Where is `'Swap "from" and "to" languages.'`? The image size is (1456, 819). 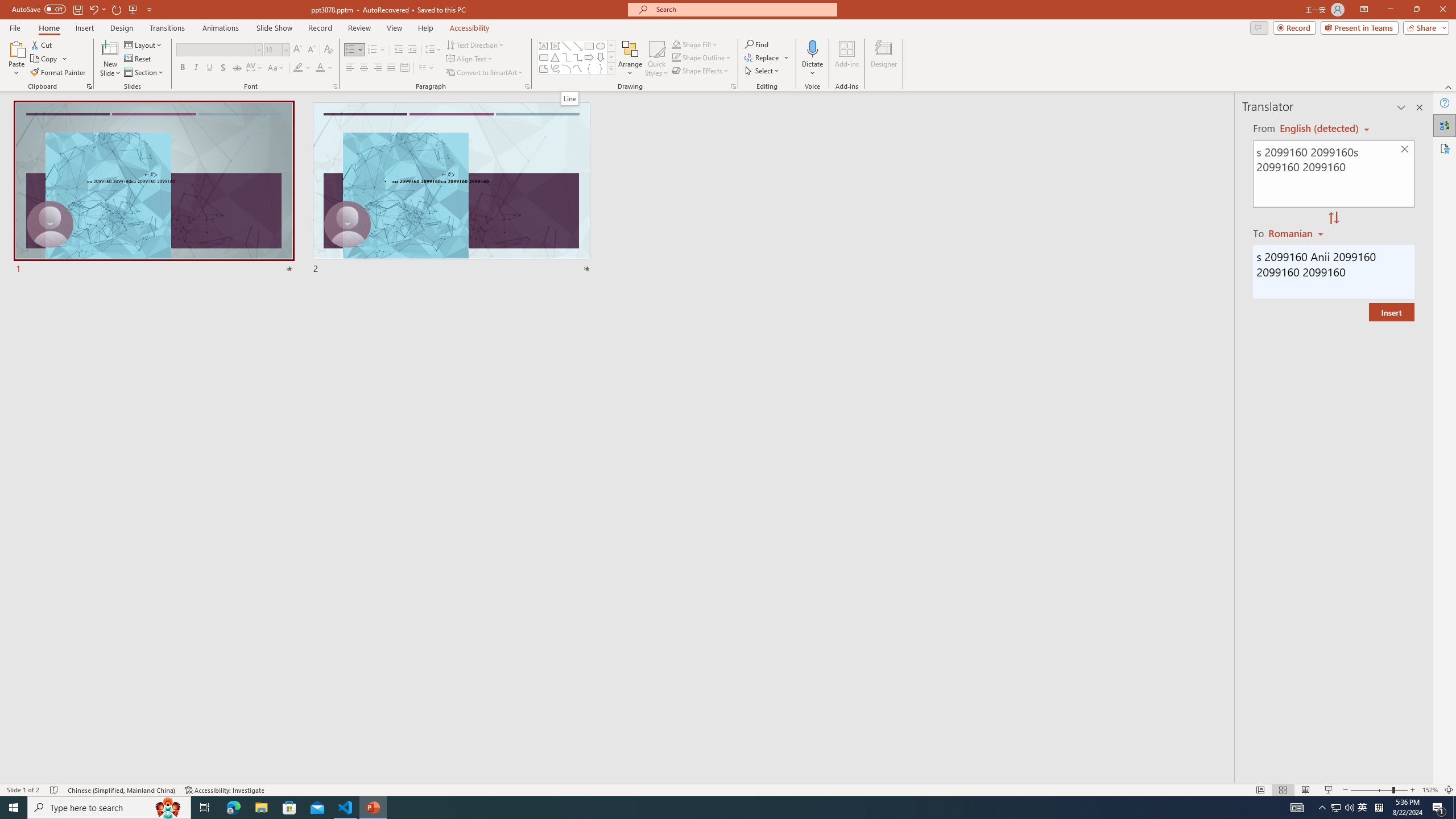 'Swap "from" and "to" languages.' is located at coordinates (1333, 218).